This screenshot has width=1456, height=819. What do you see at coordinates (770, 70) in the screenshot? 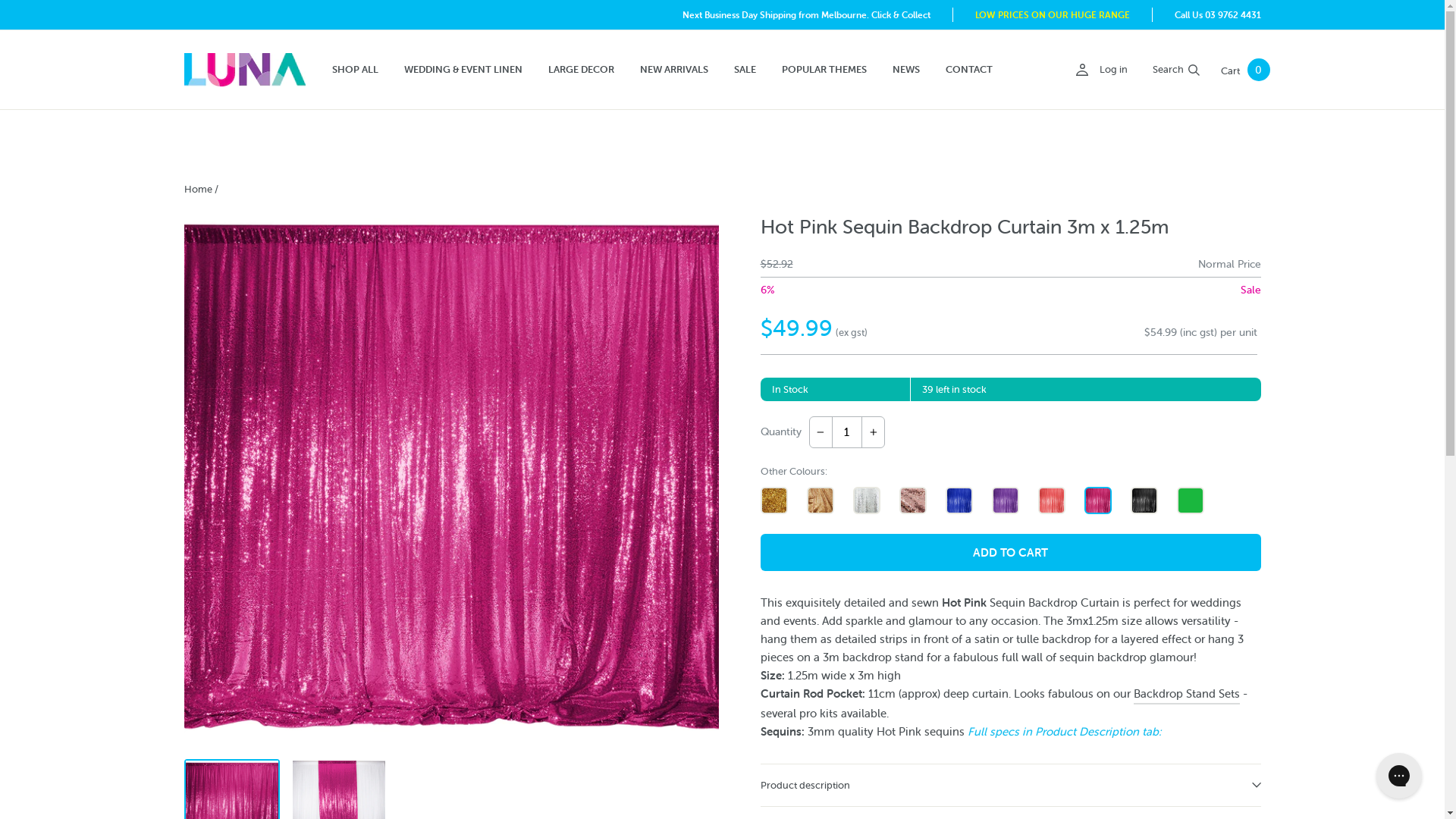
I see `'POPULAR THEMES'` at bounding box center [770, 70].